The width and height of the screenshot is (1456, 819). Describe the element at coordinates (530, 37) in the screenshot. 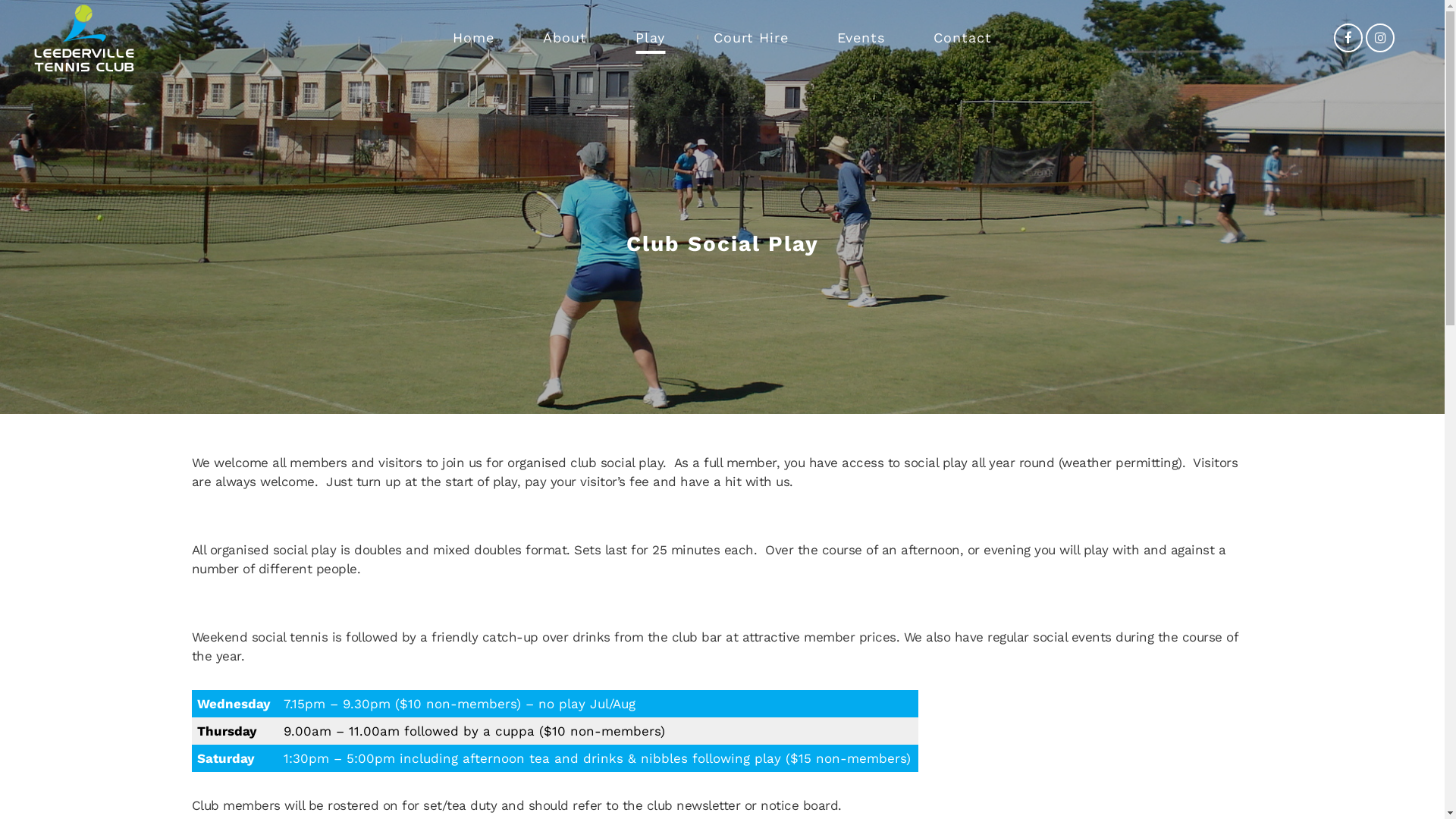

I see `'About'` at that location.